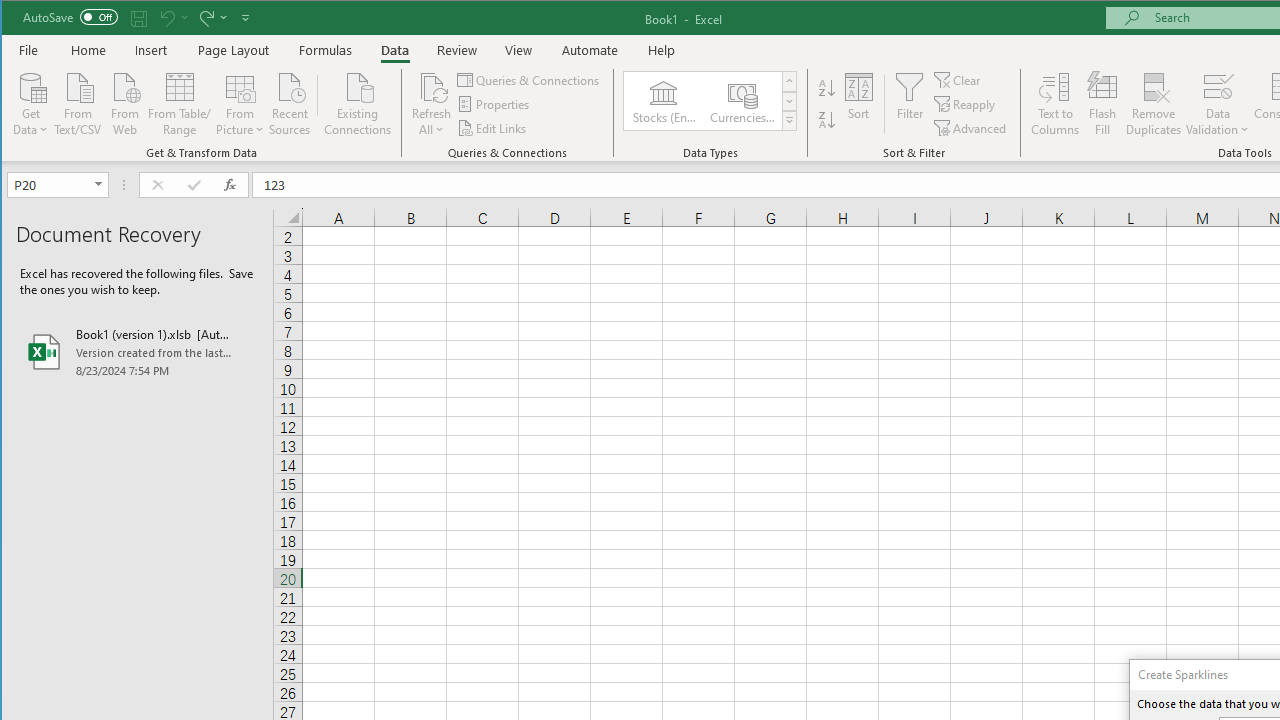 This screenshot has width=1280, height=720. Describe the element at coordinates (455, 49) in the screenshot. I see `'Review'` at that location.